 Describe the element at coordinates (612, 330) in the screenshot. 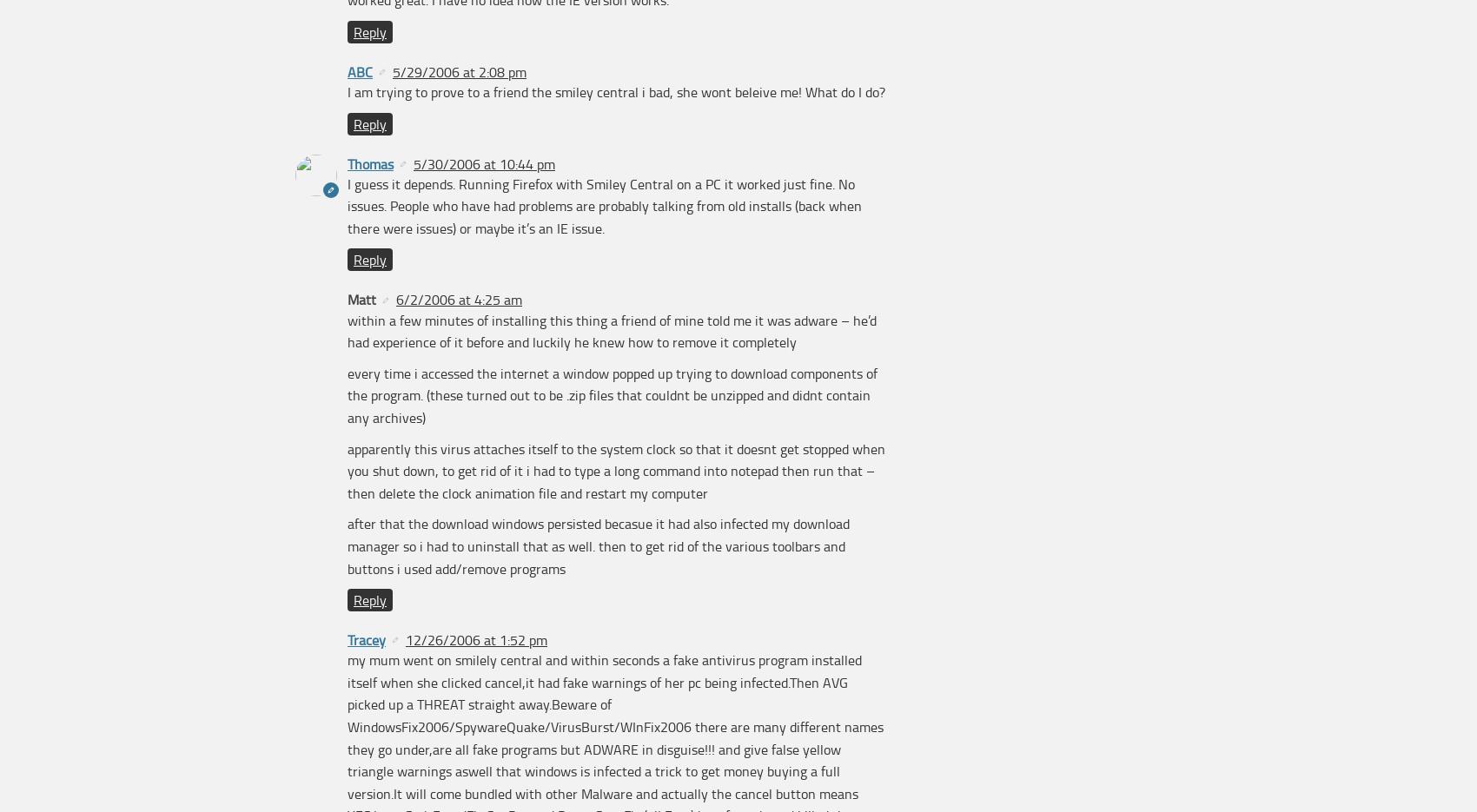

I see `'within a few minutes of installing this thing a friend of mine told me it was adware – he’d had experience of it before and luckily he knew how to remove it completely'` at that location.